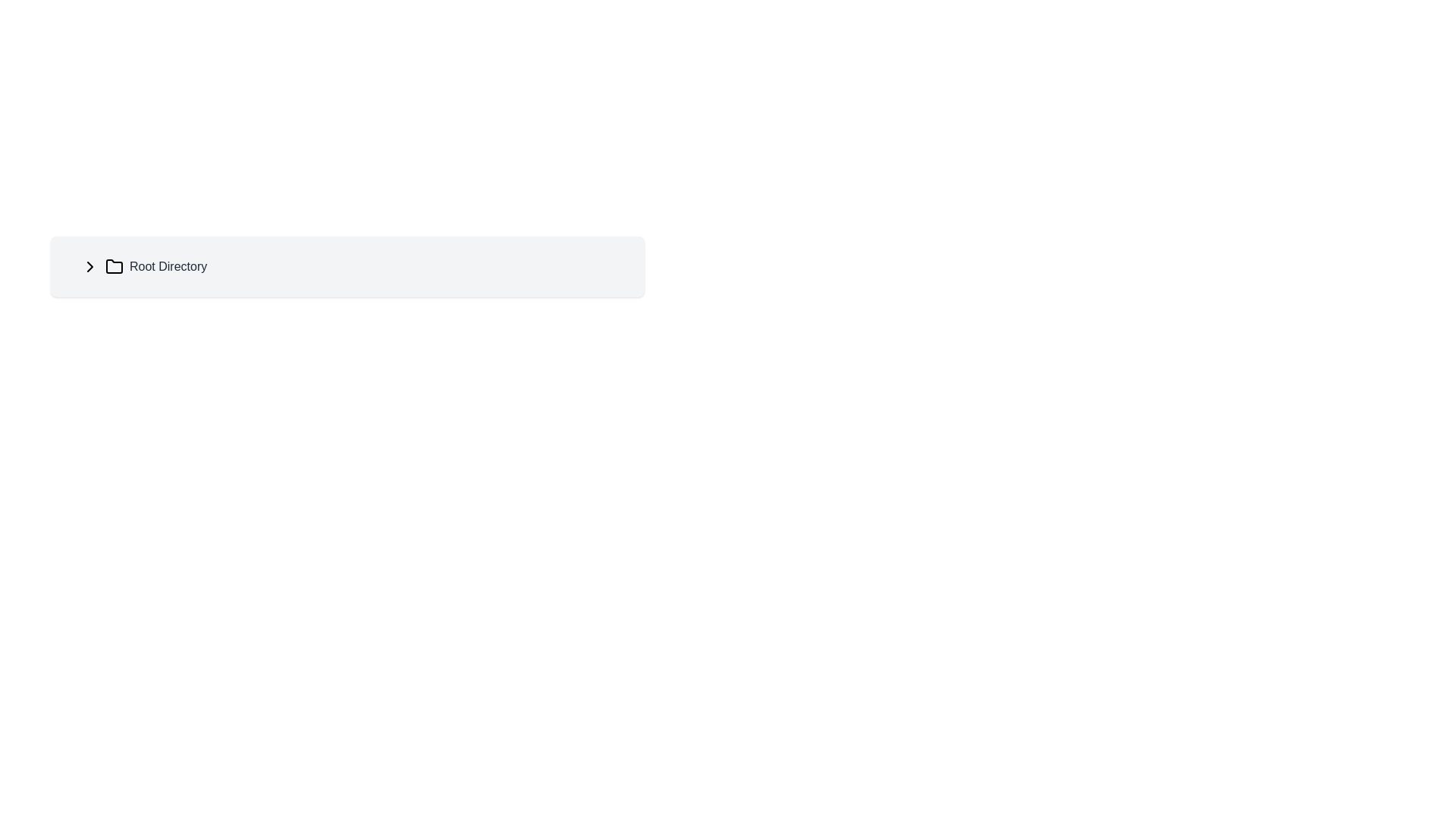 This screenshot has height=819, width=1456. What do you see at coordinates (113, 265) in the screenshot?
I see `the folder icon located adjacent to the 'Root Directory' text label` at bounding box center [113, 265].